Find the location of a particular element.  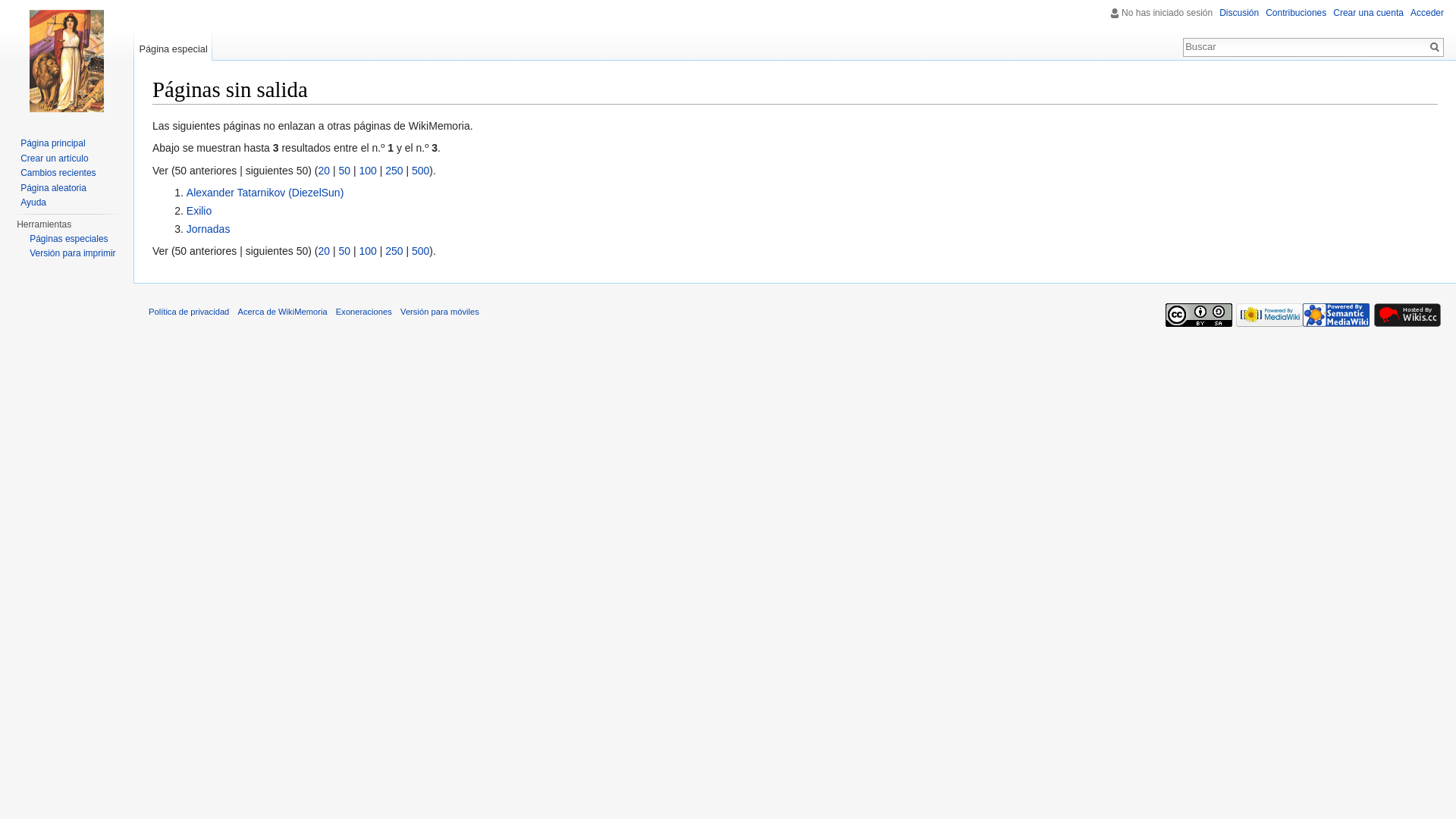

'Contribuciones' is located at coordinates (1294, 12).